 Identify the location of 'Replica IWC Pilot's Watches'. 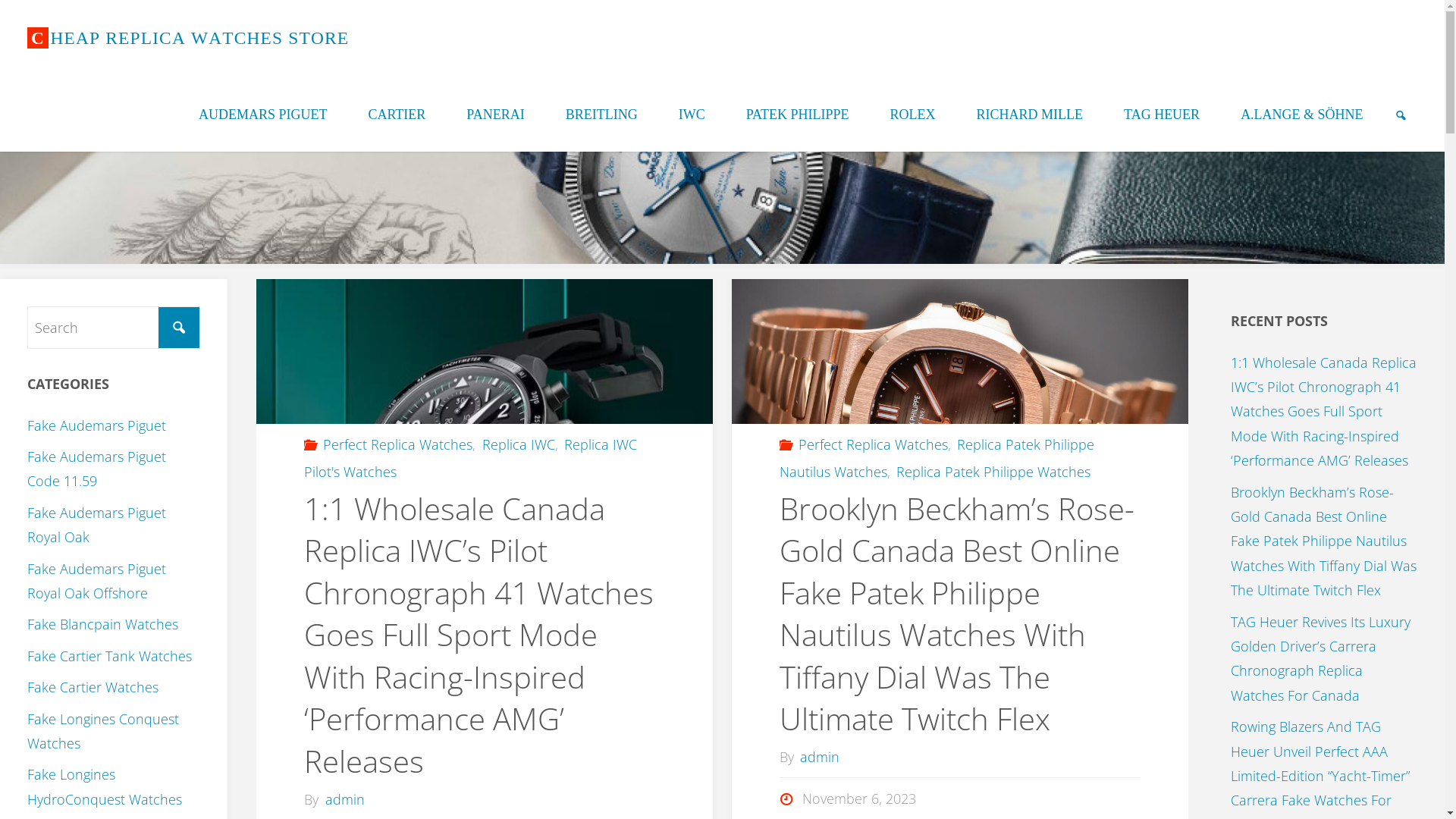
(469, 457).